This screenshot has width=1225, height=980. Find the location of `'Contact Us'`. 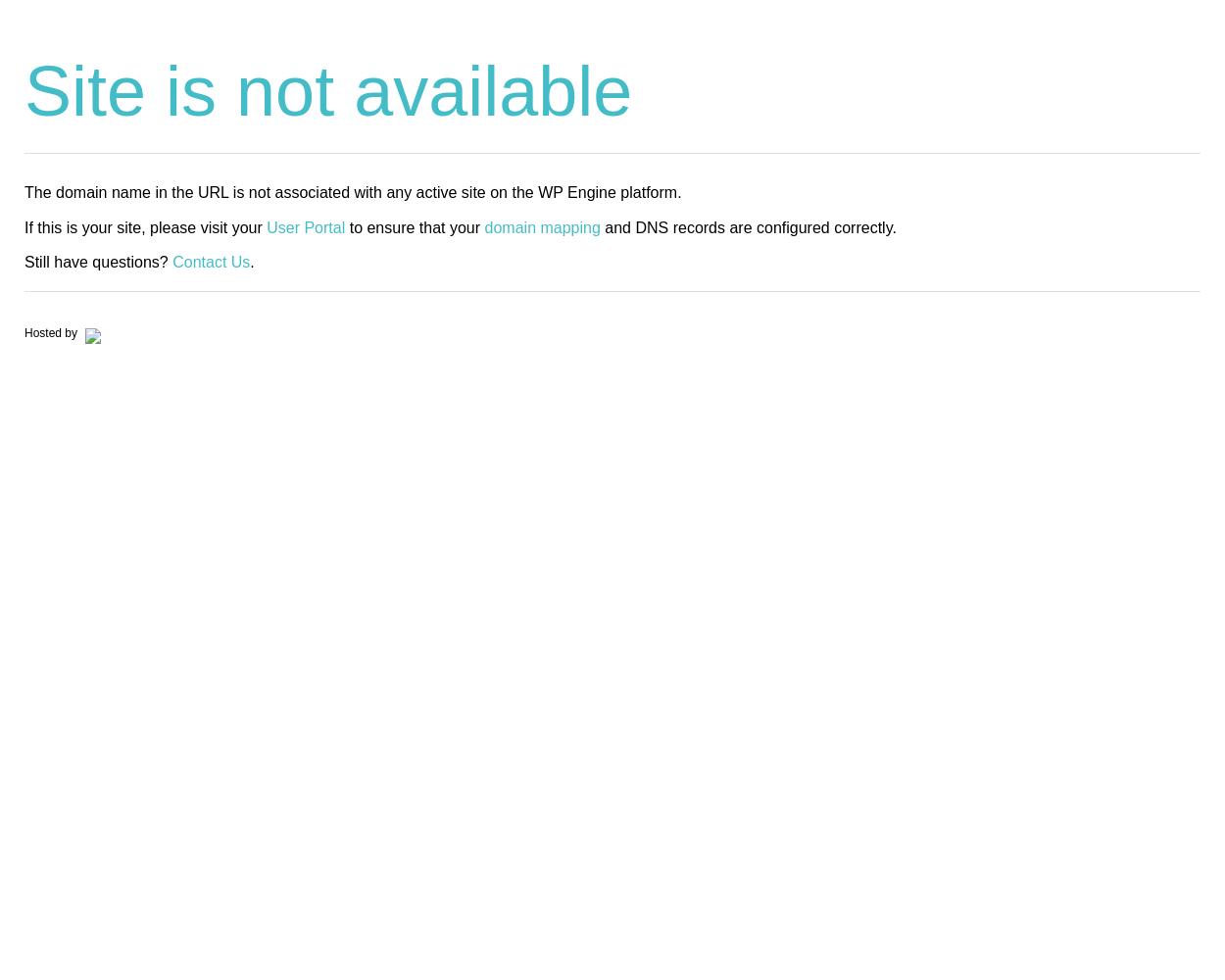

'Contact Us' is located at coordinates (172, 261).